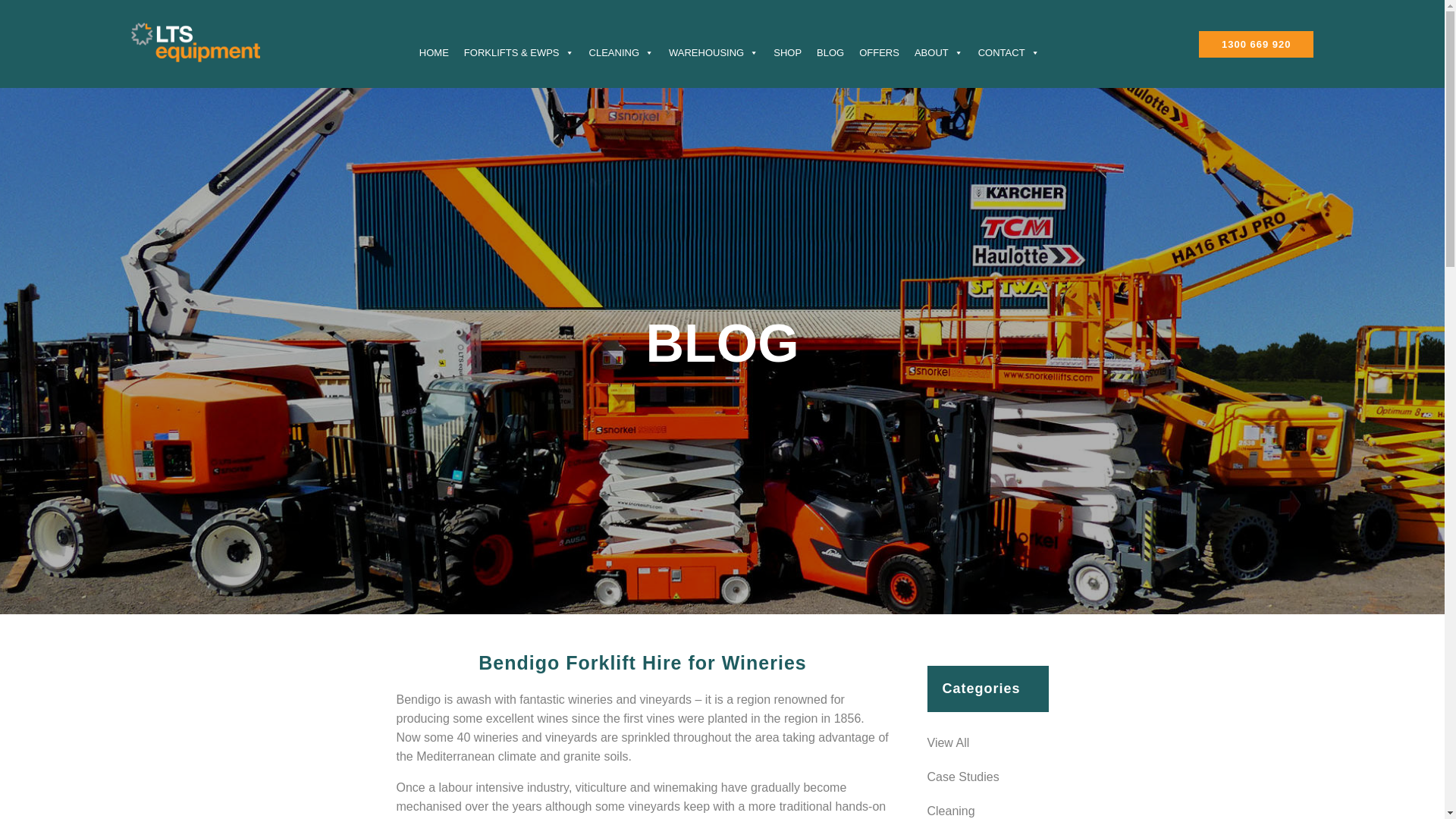  What do you see at coordinates (519, 52) in the screenshot?
I see `'FORKLIFTS & EWPS'` at bounding box center [519, 52].